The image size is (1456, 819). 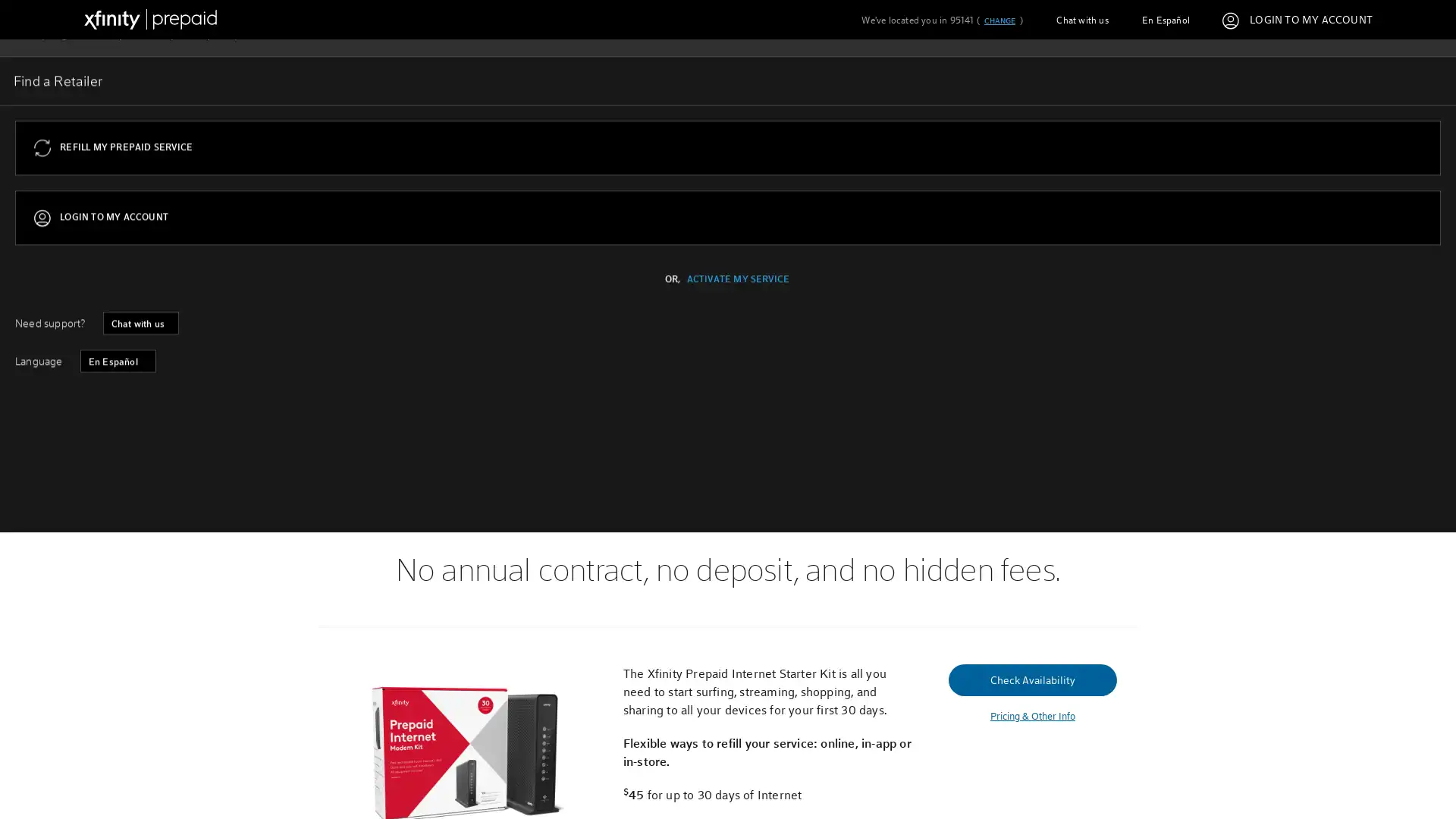 What do you see at coordinates (1015, 352) in the screenshot?
I see `Close this dialog window` at bounding box center [1015, 352].